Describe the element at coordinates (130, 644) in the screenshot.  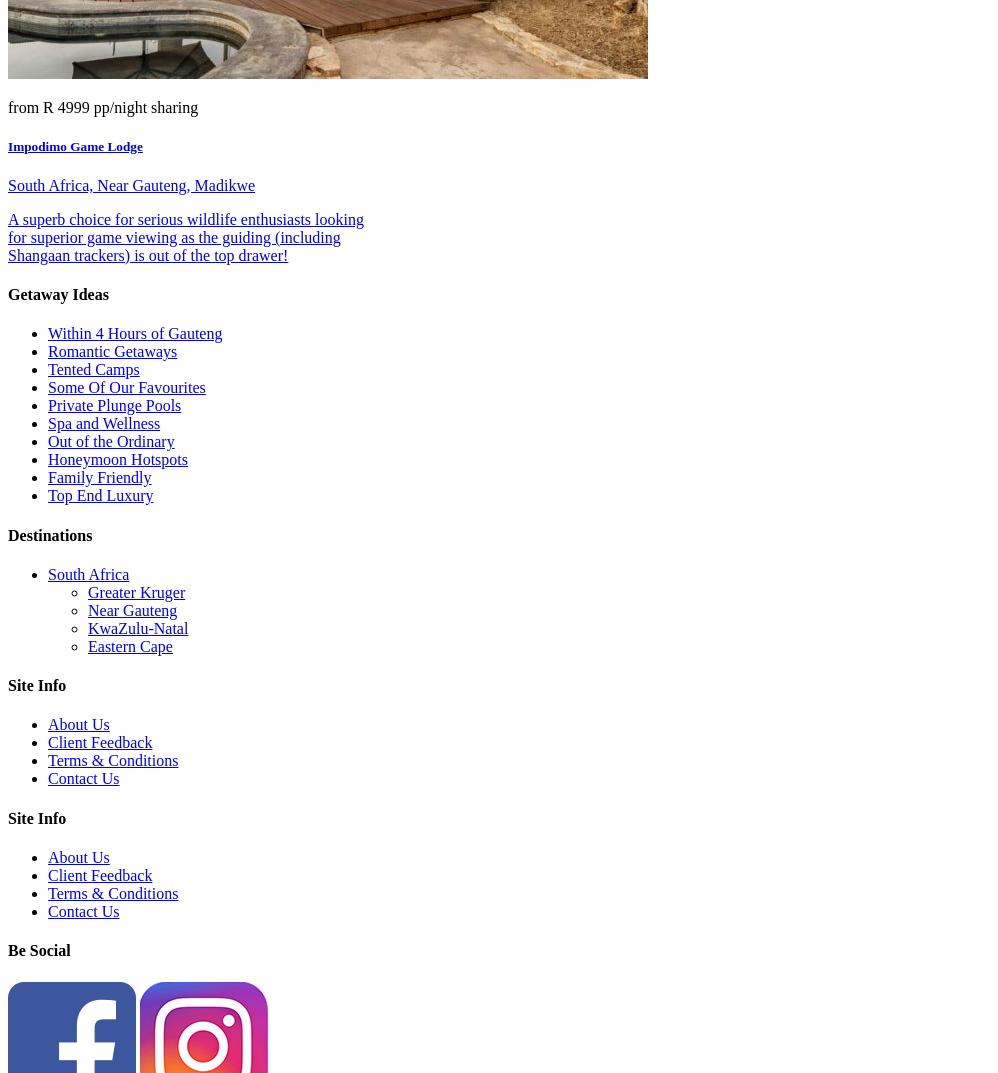
I see `'Eastern Cape'` at that location.